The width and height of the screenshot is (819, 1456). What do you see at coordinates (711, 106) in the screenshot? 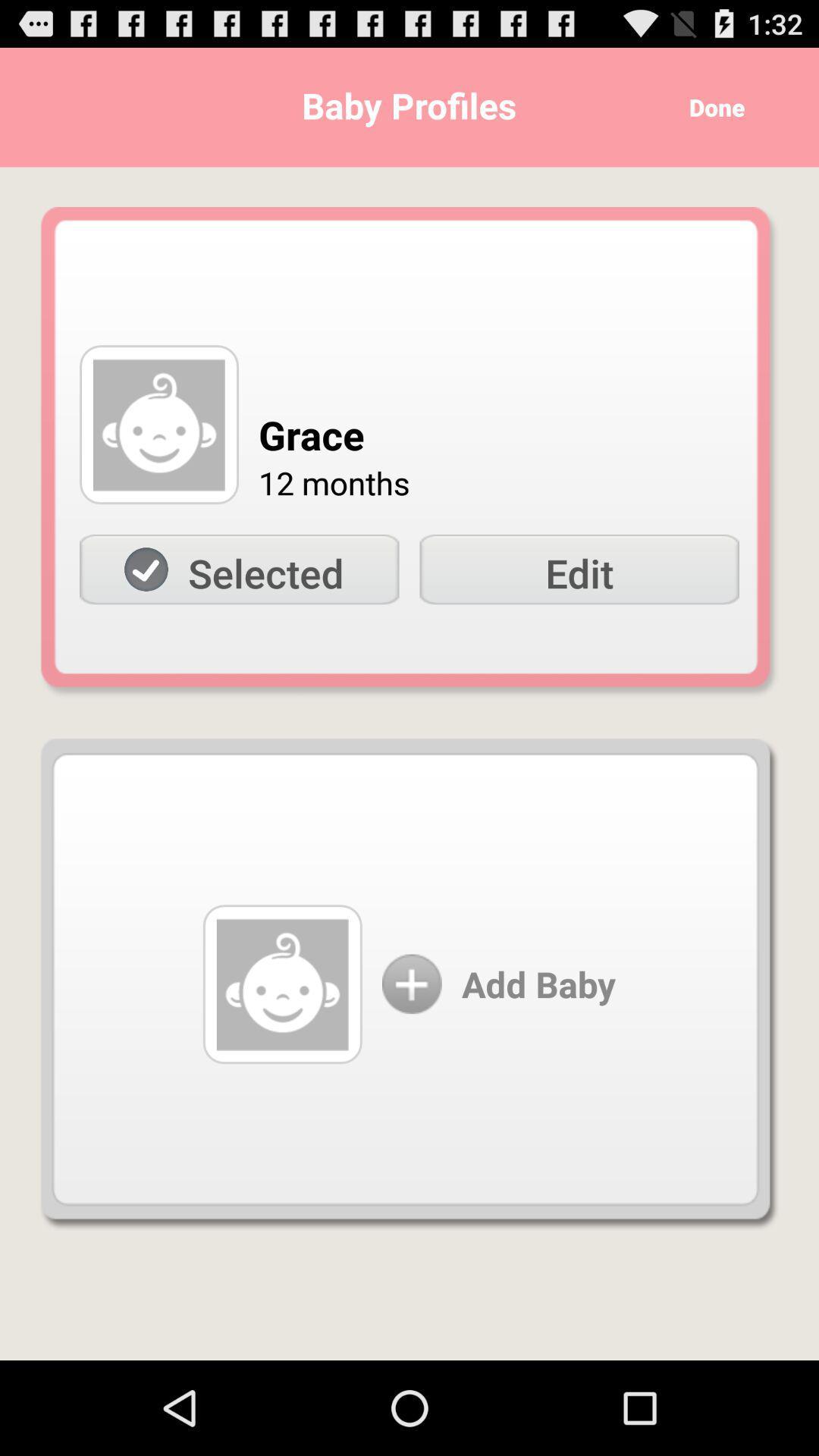
I see `item to the right of the baby profiles` at bounding box center [711, 106].